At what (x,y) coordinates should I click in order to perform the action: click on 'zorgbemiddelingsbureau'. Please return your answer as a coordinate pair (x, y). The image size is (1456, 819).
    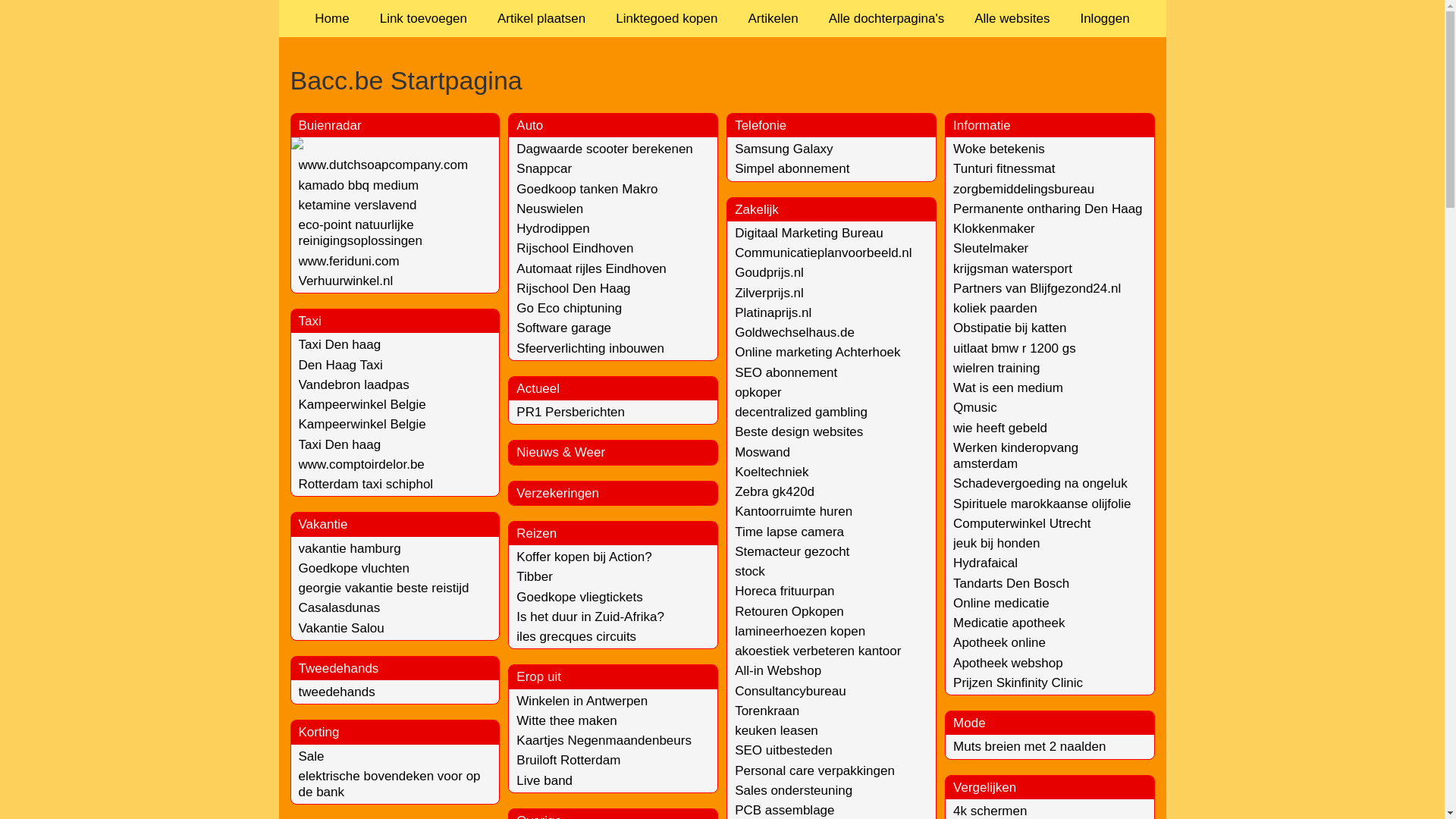
    Looking at the image, I should click on (1023, 188).